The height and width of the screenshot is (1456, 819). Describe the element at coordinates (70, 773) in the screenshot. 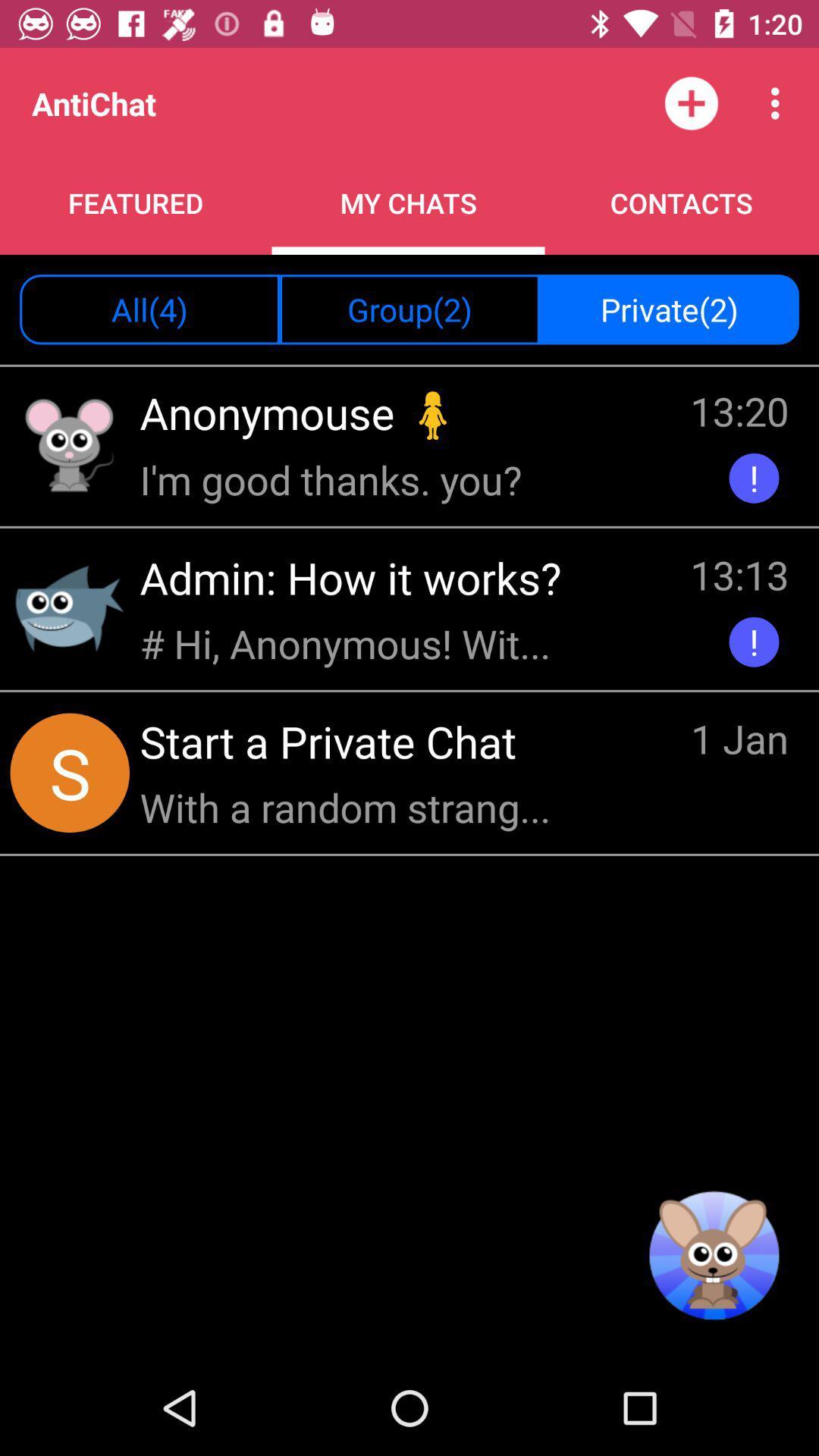

I see `the item to the left of the start a private` at that location.